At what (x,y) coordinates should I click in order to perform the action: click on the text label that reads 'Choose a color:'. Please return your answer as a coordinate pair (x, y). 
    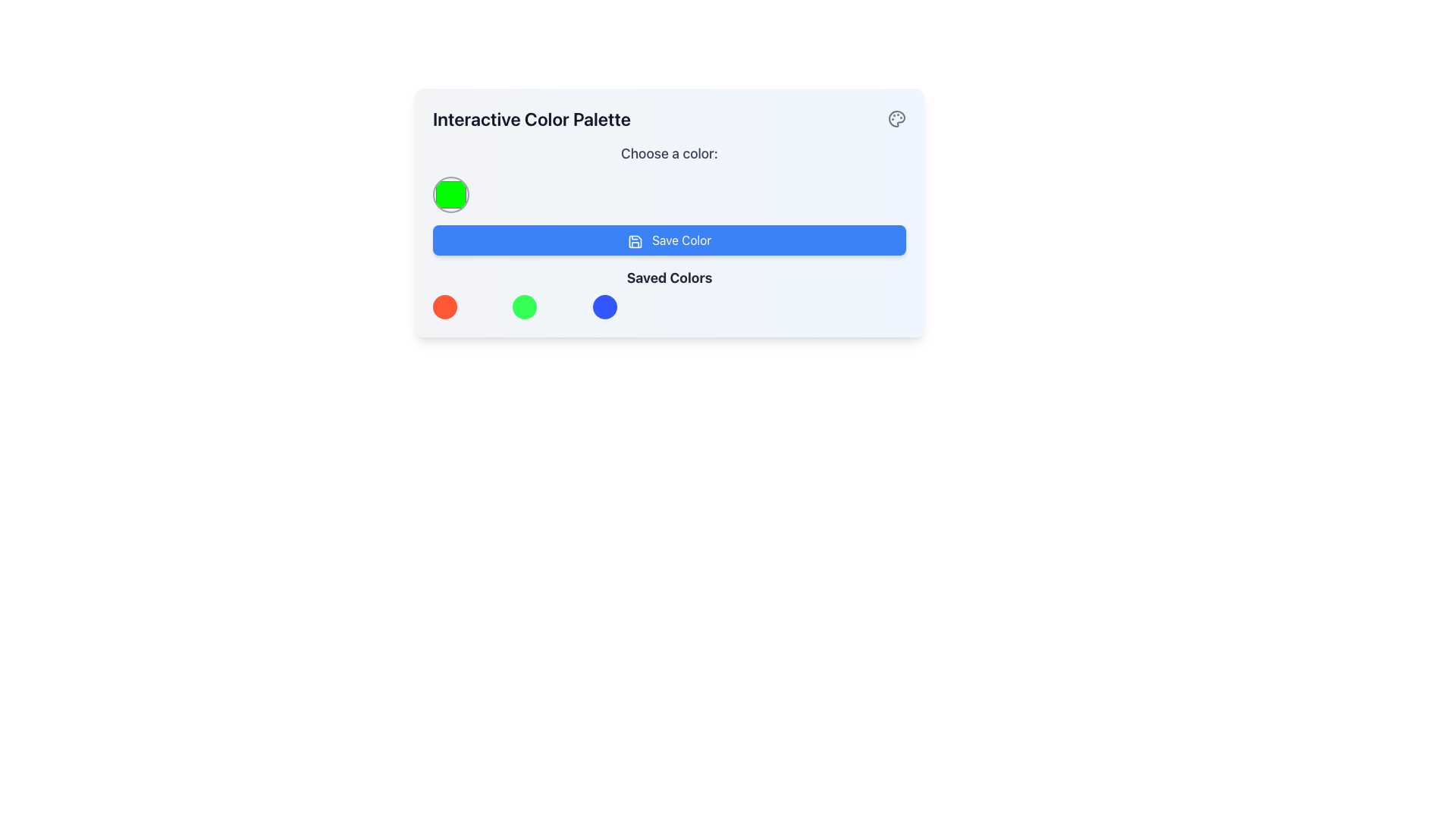
    Looking at the image, I should click on (669, 154).